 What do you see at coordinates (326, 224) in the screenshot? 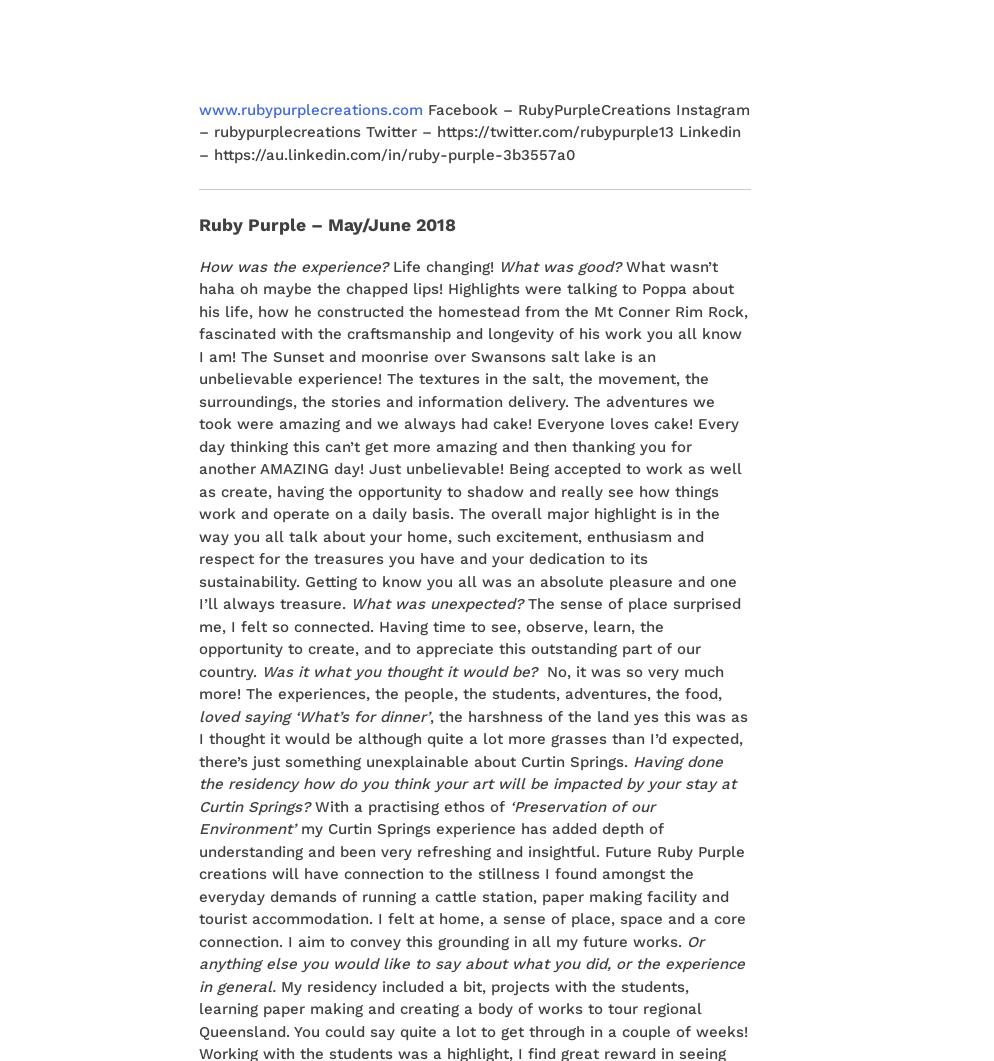
I see `'Ruby Purple – May/June 2018'` at bounding box center [326, 224].